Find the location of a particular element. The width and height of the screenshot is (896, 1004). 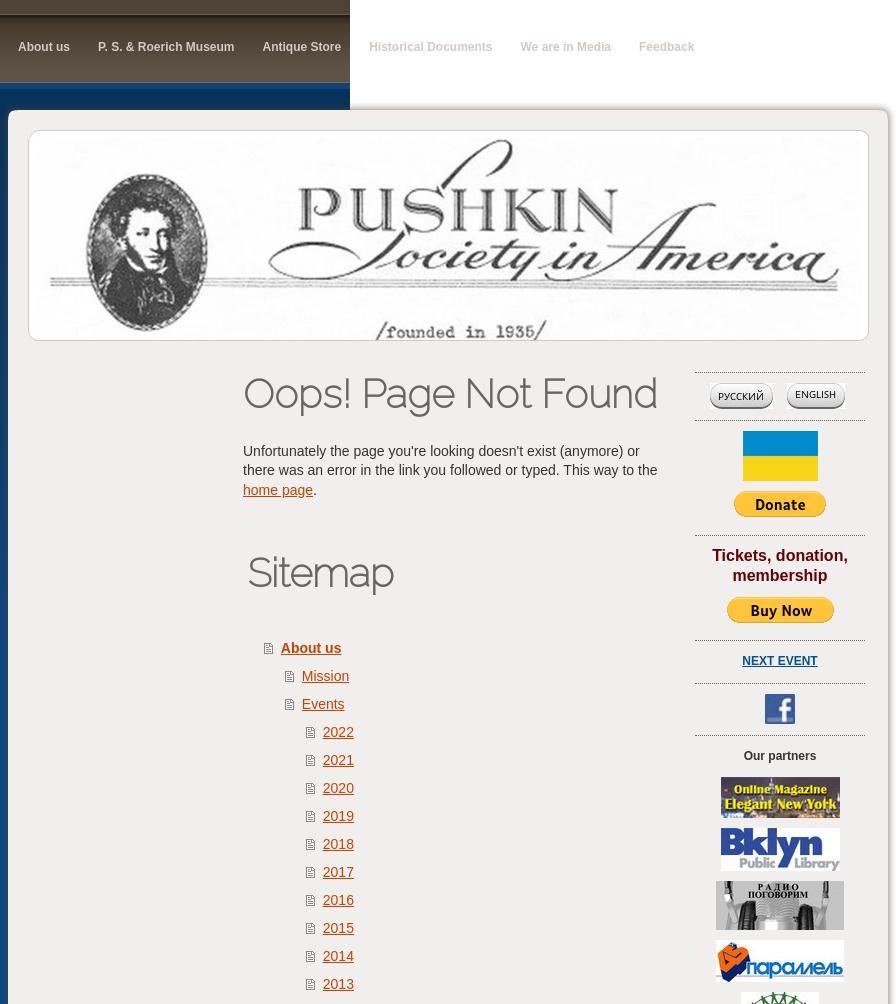

'2016' is located at coordinates (337, 897).